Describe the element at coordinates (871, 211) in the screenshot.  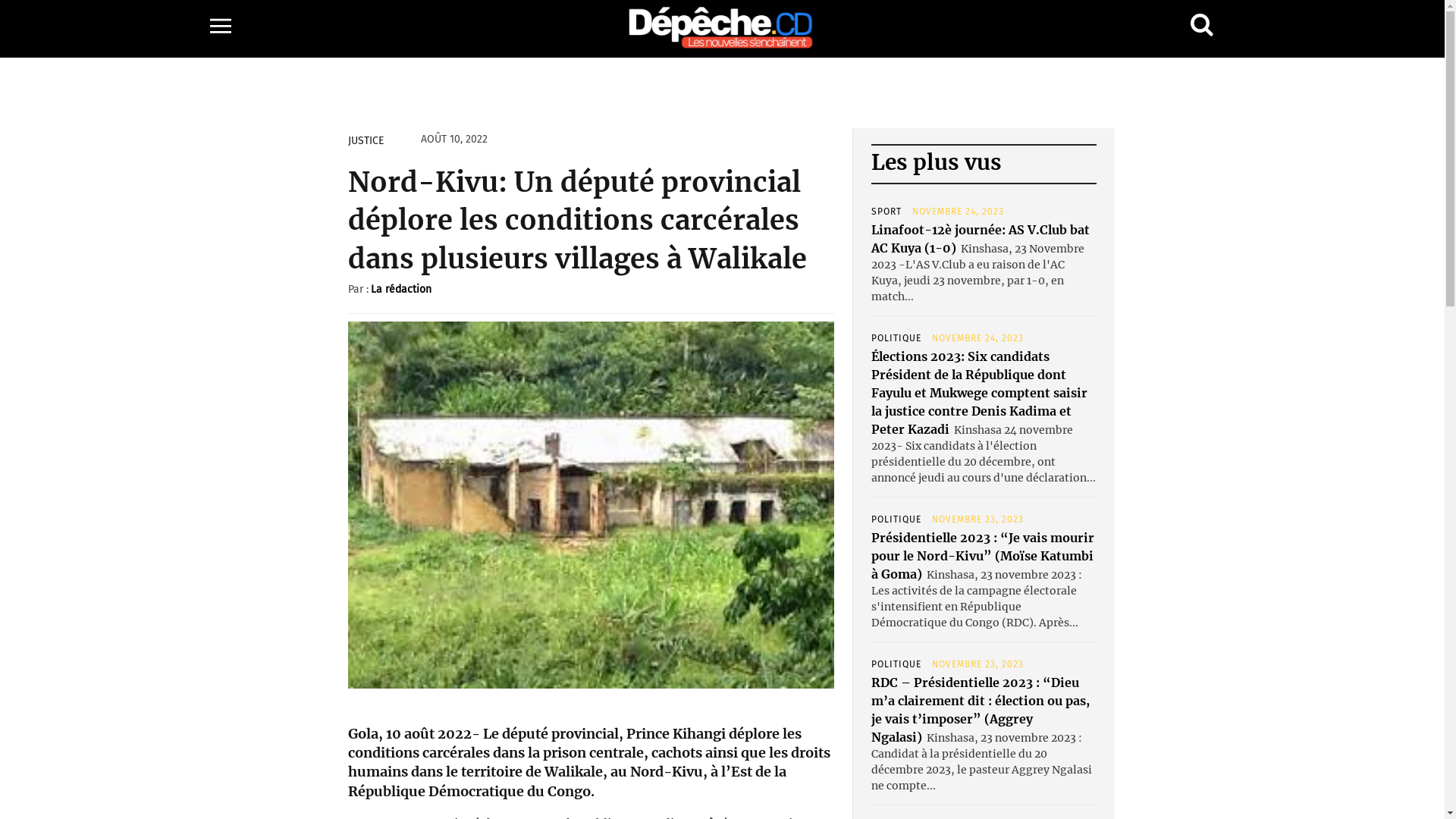
I see `'SPORT'` at that location.